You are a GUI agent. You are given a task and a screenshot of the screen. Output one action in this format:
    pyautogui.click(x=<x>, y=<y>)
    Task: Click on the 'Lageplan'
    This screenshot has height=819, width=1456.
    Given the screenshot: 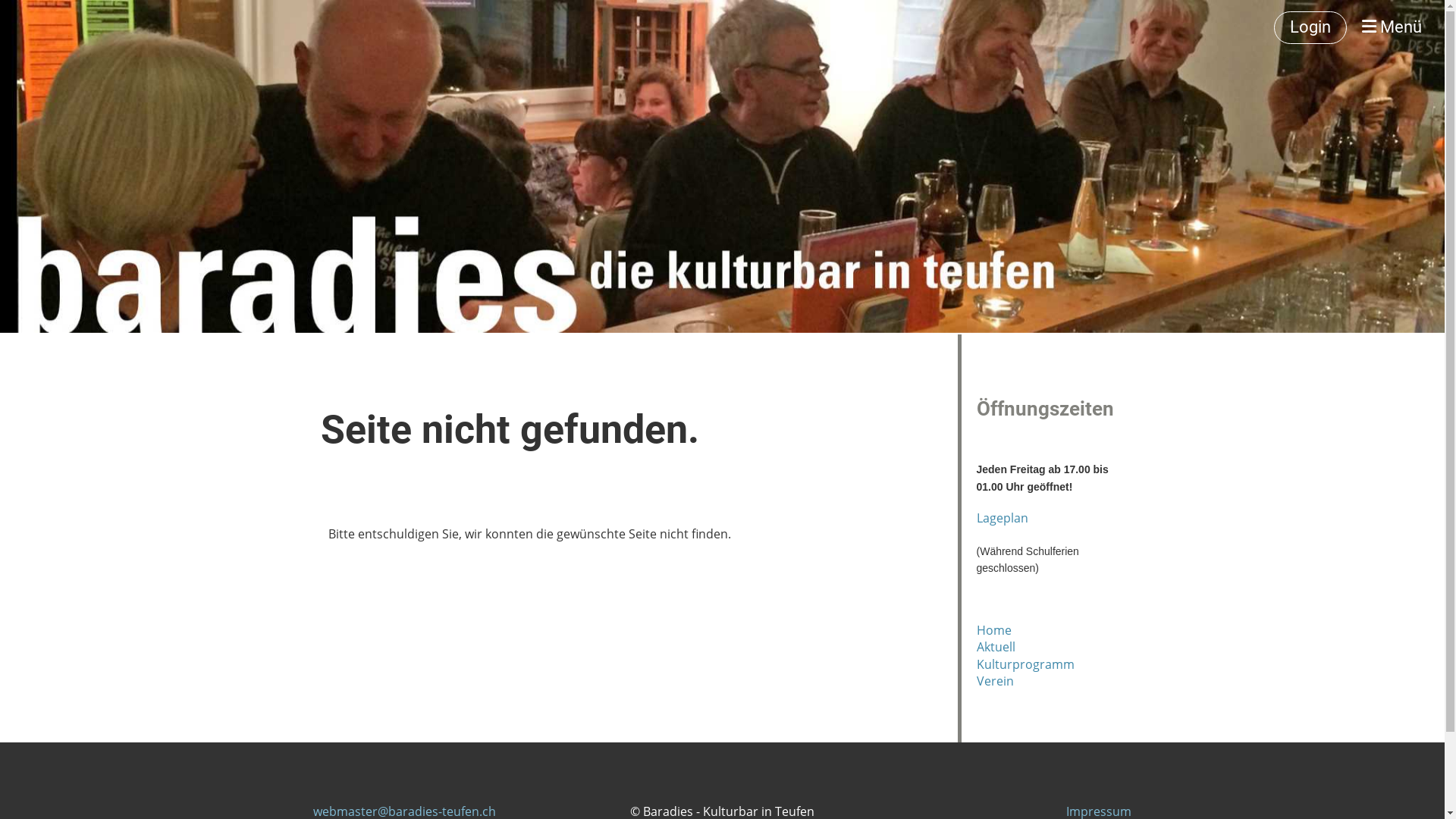 What is the action you would take?
    pyautogui.click(x=1002, y=516)
    